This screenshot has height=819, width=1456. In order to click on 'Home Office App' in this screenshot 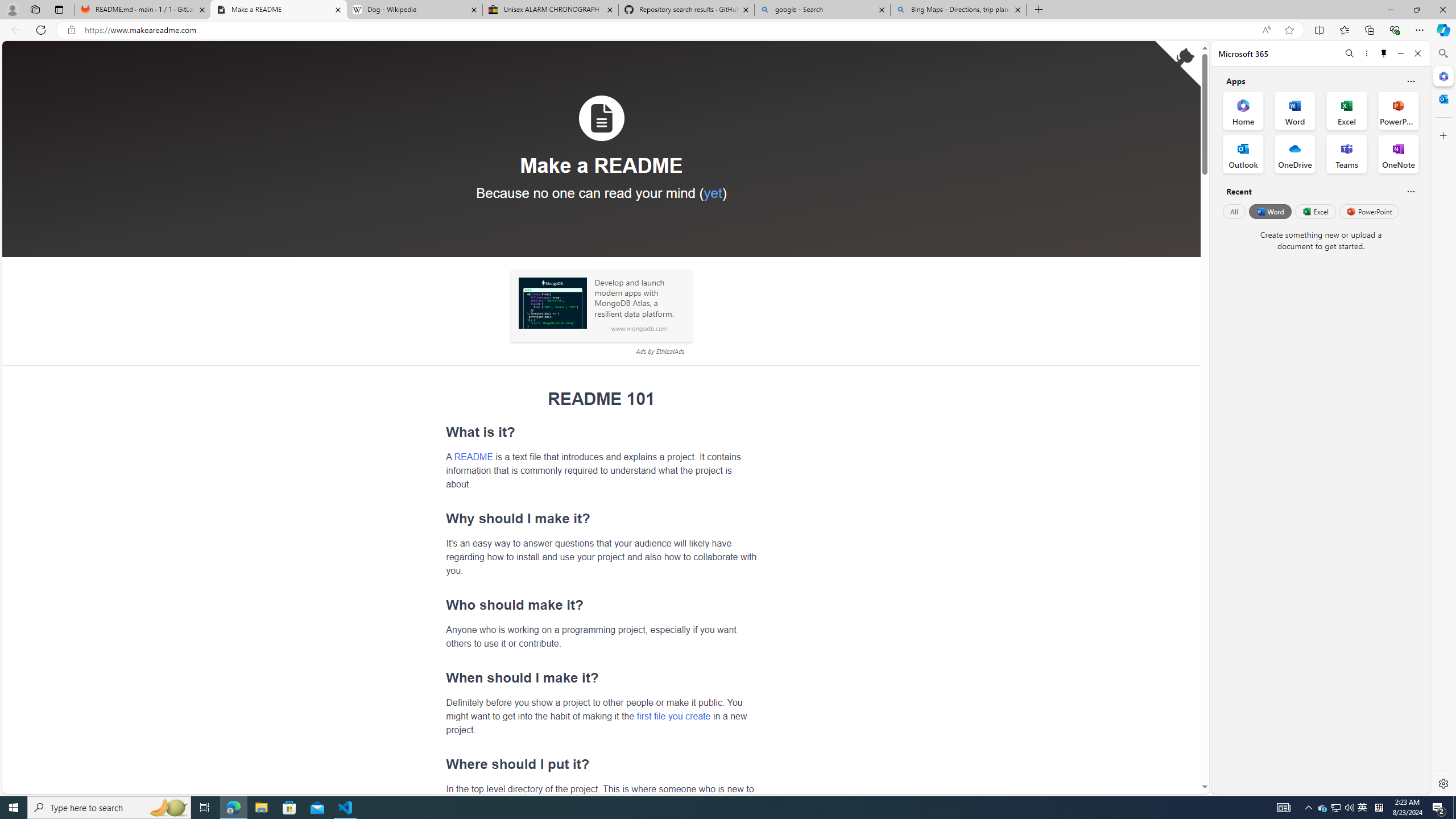, I will do `click(1243, 111)`.